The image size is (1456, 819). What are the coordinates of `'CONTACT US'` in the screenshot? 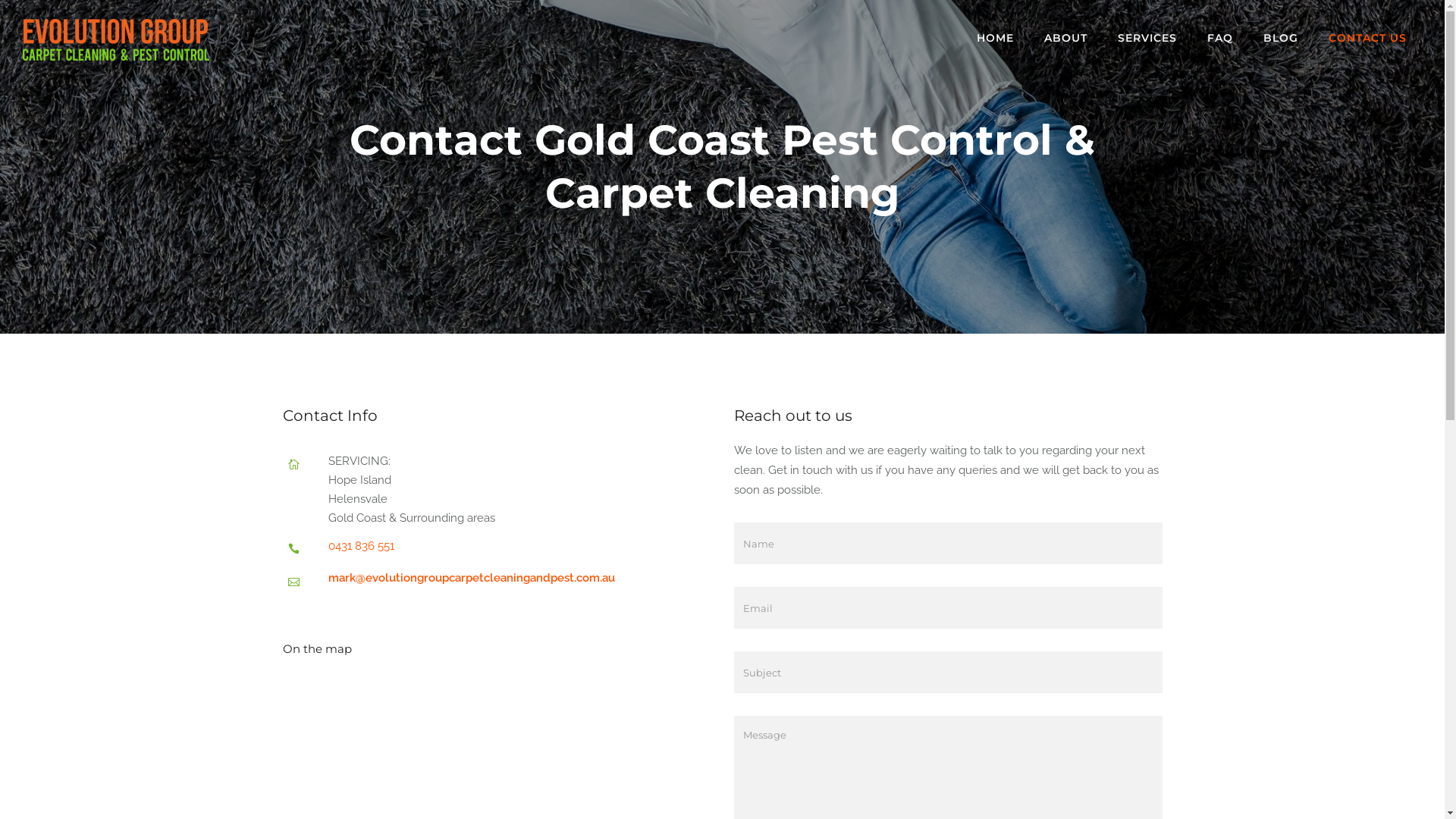 It's located at (1367, 37).